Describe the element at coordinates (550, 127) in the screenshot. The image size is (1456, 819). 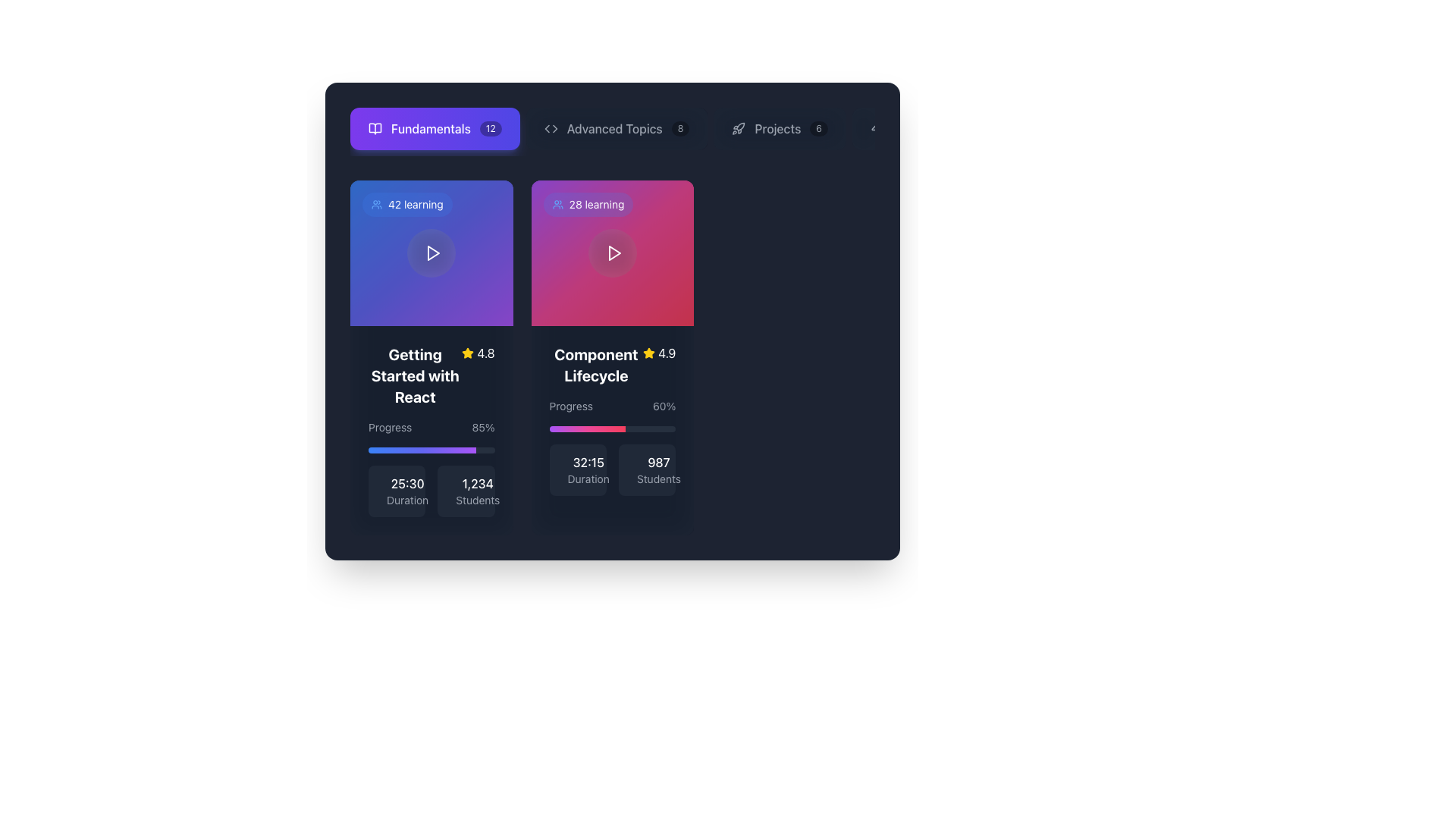
I see `the code symbol icon located to the left of the 'Advanced Topics' label in the top-center area of the interface` at that location.